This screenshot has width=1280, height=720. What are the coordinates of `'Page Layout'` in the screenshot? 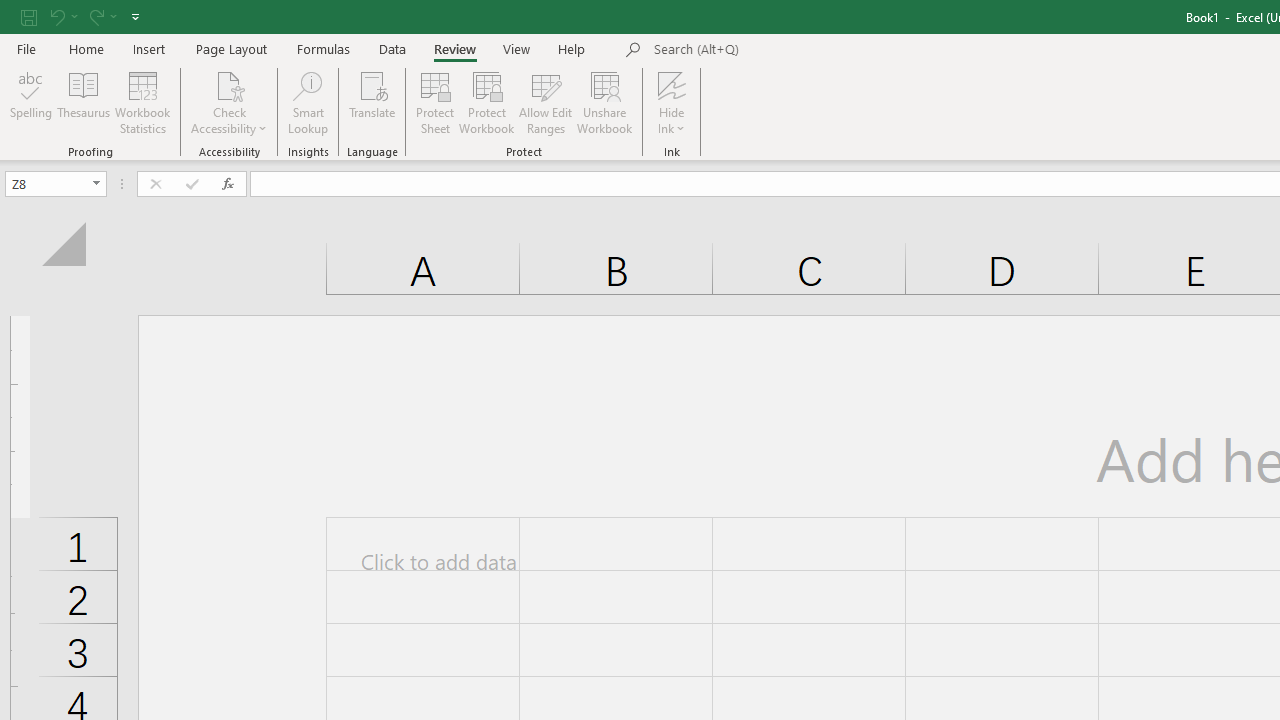 It's located at (231, 48).